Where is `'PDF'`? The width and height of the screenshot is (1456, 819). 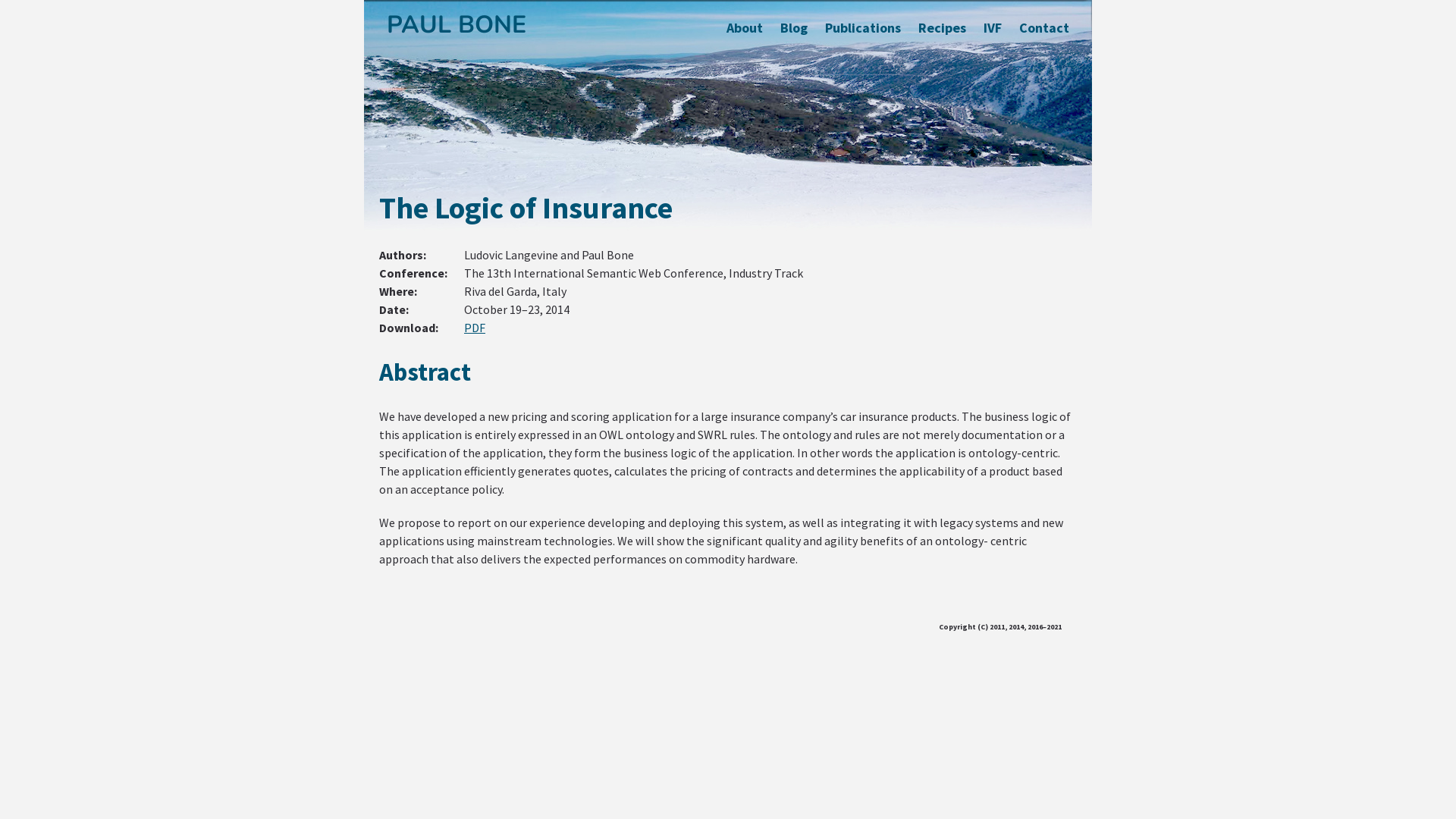
'PDF' is located at coordinates (463, 327).